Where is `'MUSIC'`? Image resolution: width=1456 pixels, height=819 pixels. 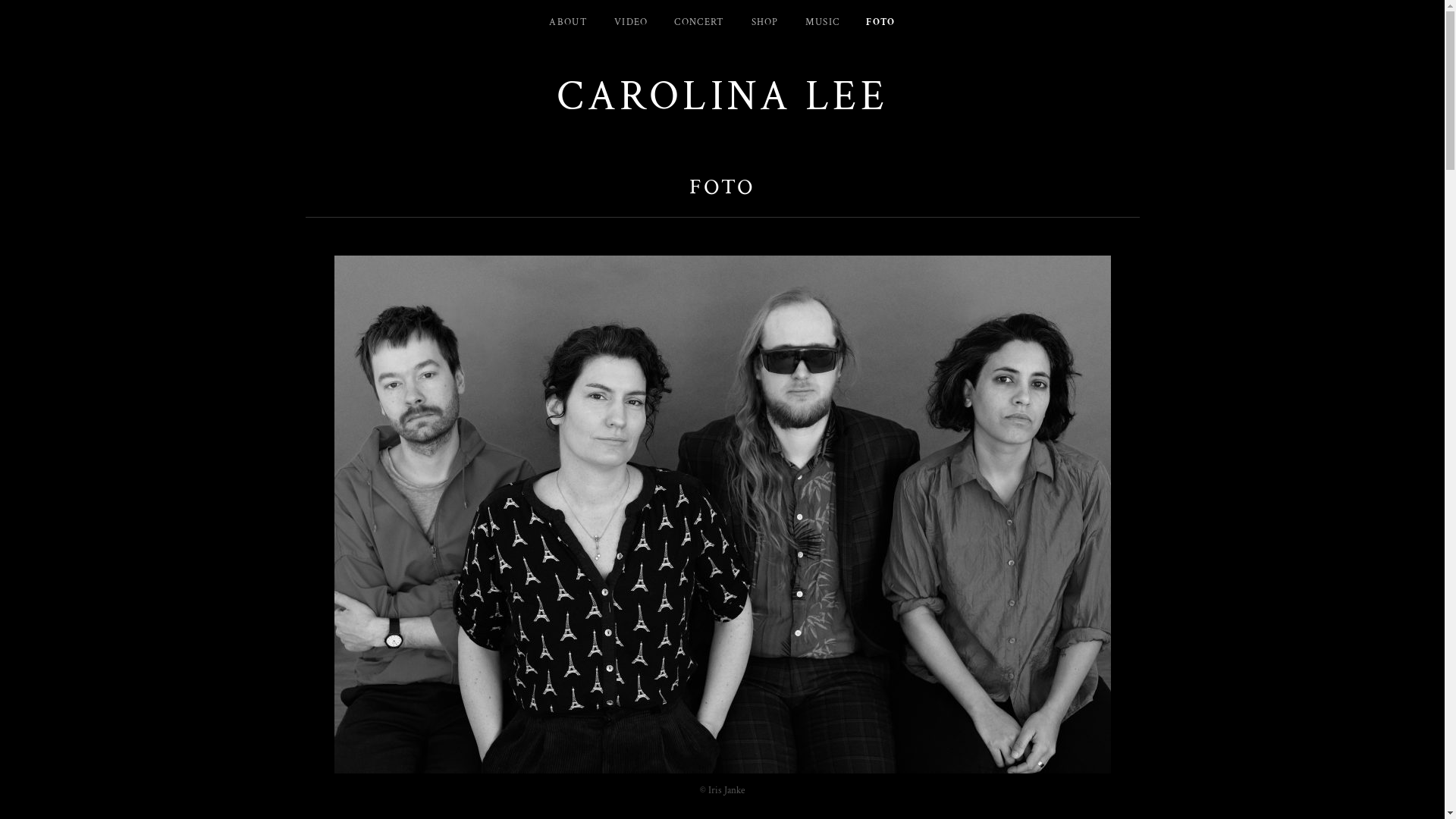
'MUSIC' is located at coordinates (821, 23).